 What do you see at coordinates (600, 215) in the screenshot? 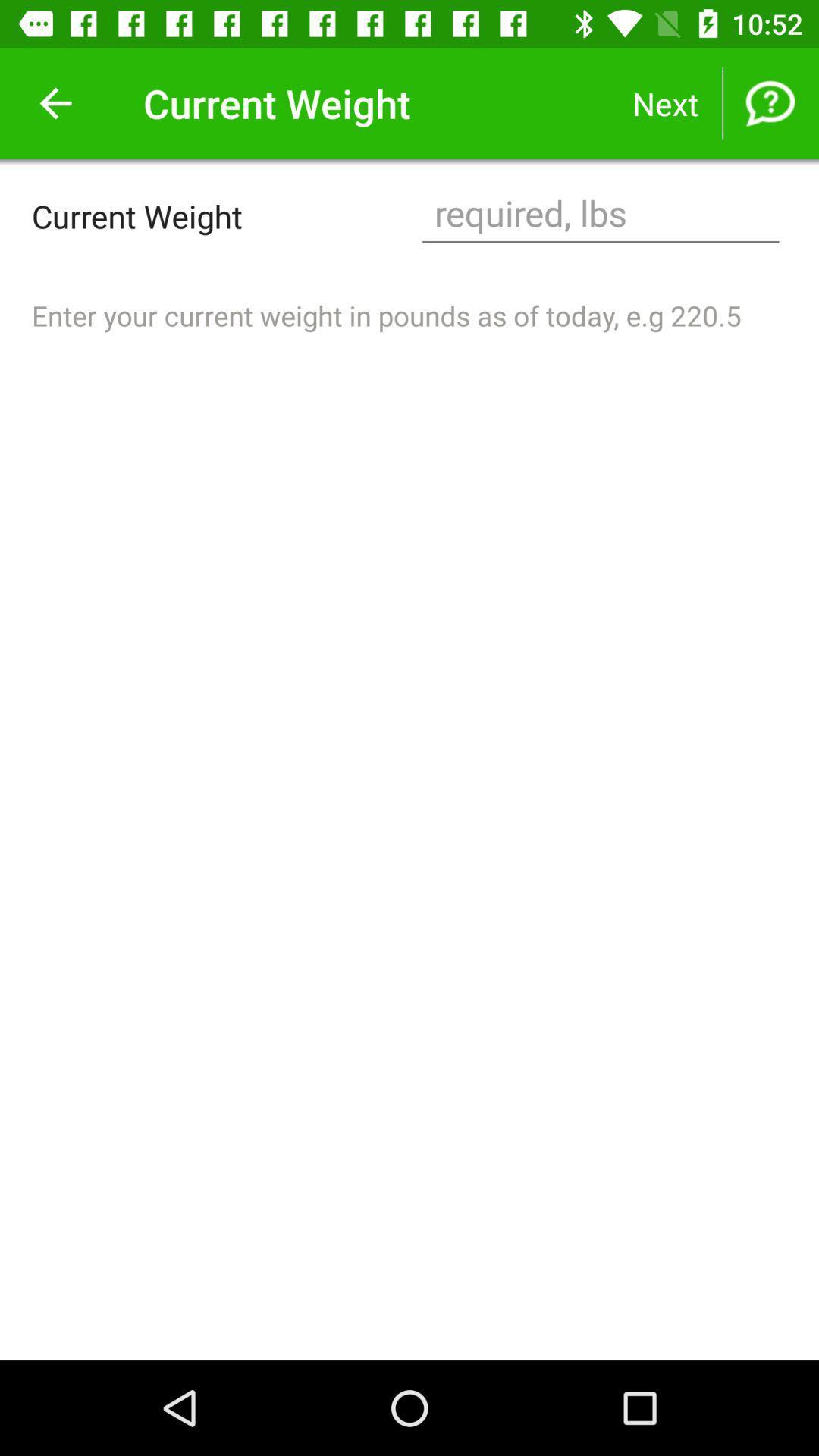
I see `current weight` at bounding box center [600, 215].